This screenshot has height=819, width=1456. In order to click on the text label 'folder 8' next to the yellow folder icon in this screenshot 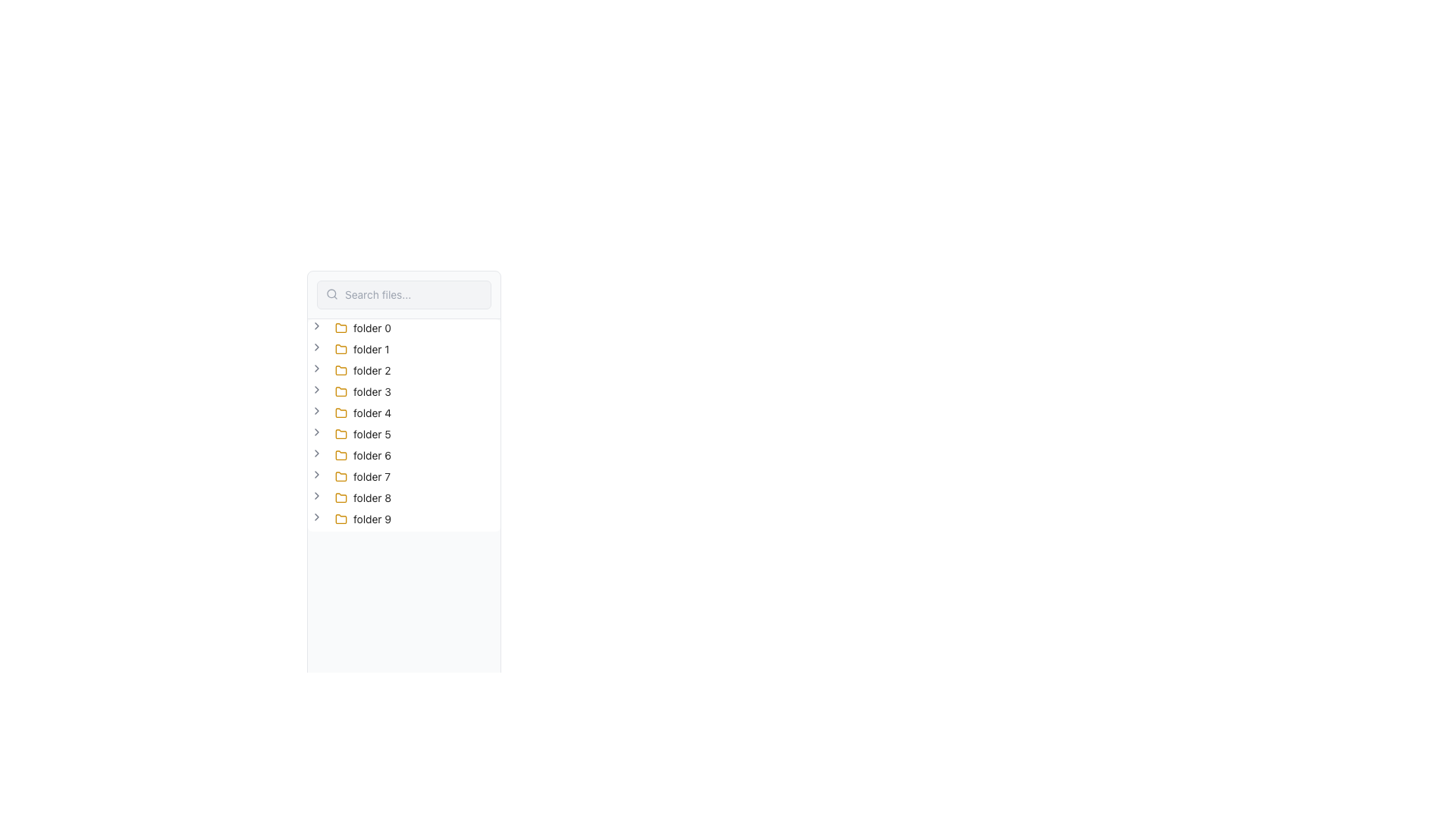, I will do `click(372, 497)`.